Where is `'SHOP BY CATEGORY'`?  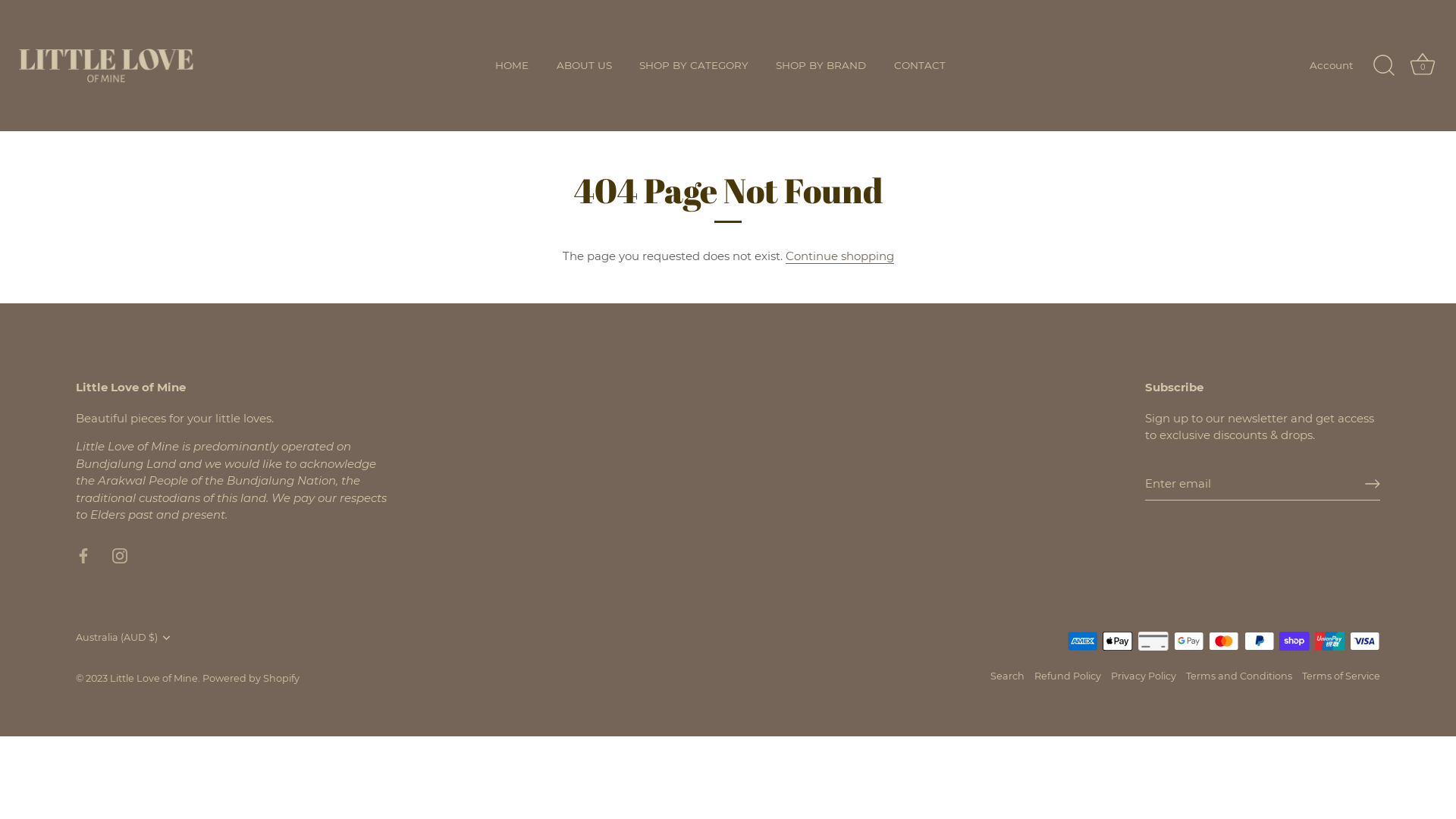
'SHOP BY CATEGORY' is located at coordinates (693, 65).